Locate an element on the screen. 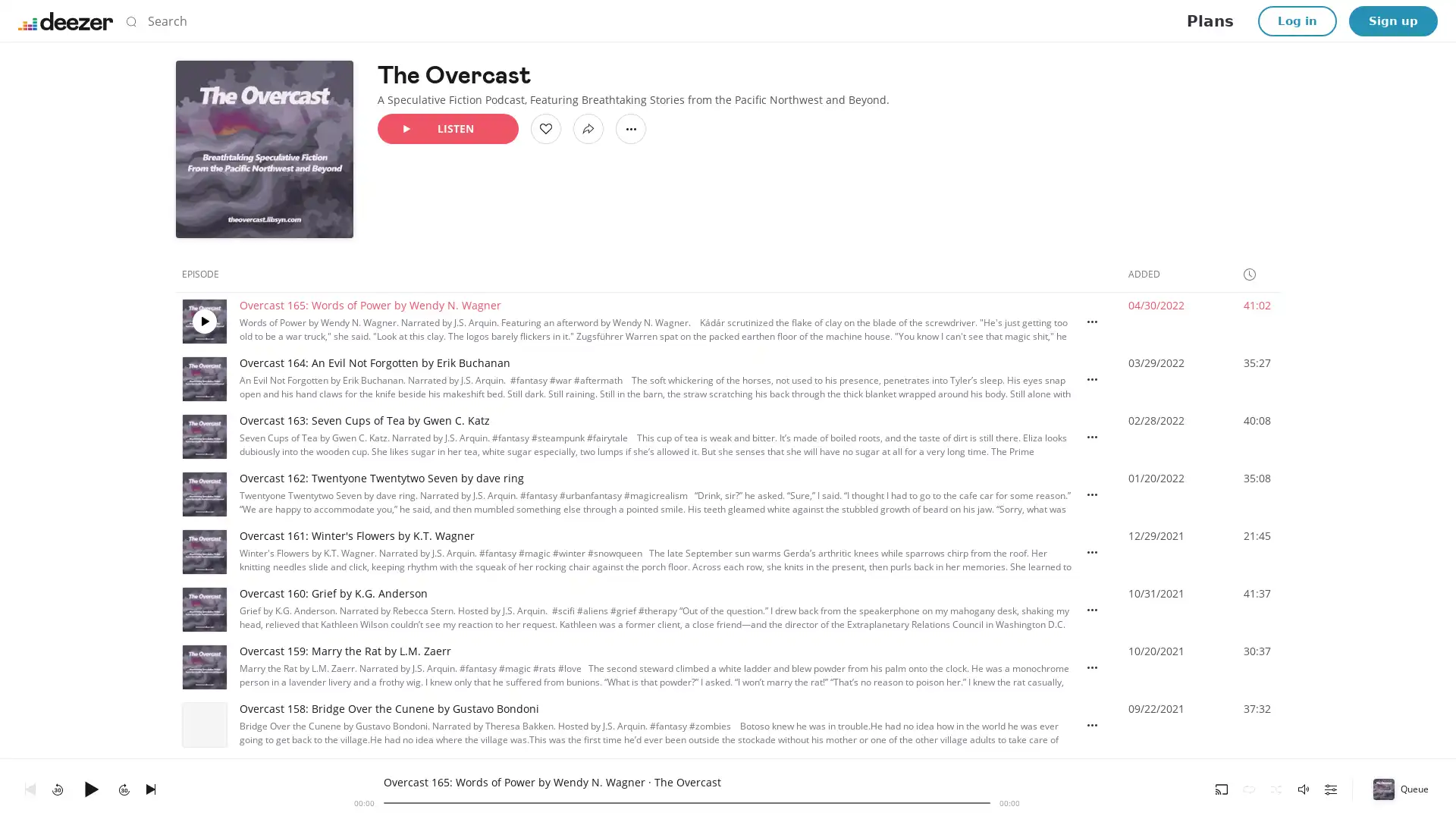  Play Overcast 159: Marry the Rat by L.M. Zaerr by The Overcast is located at coordinates (203, 666).